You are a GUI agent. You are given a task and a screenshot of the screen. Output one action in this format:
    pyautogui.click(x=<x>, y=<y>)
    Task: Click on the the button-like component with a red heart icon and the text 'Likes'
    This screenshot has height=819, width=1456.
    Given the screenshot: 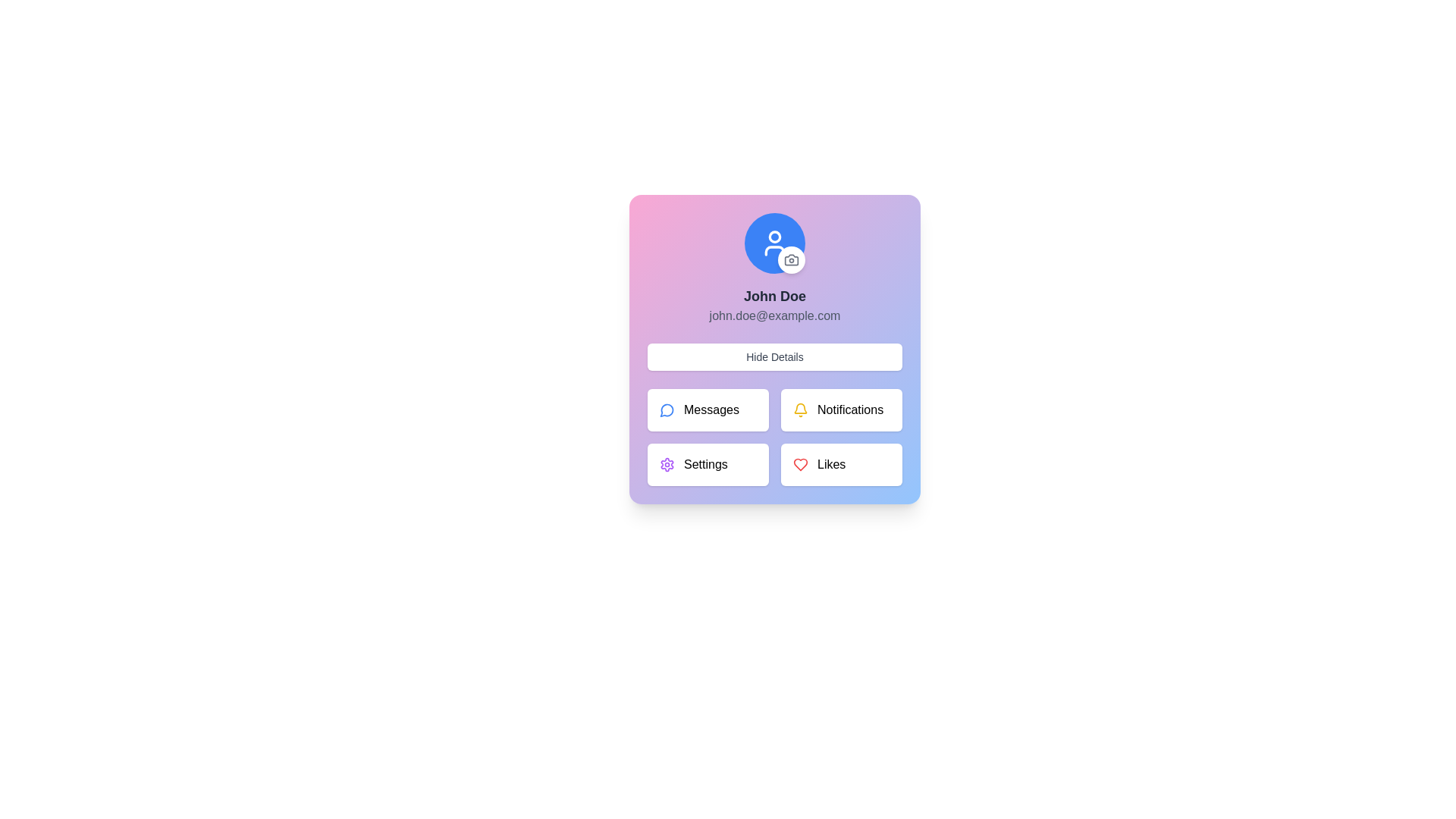 What is the action you would take?
    pyautogui.click(x=840, y=464)
    